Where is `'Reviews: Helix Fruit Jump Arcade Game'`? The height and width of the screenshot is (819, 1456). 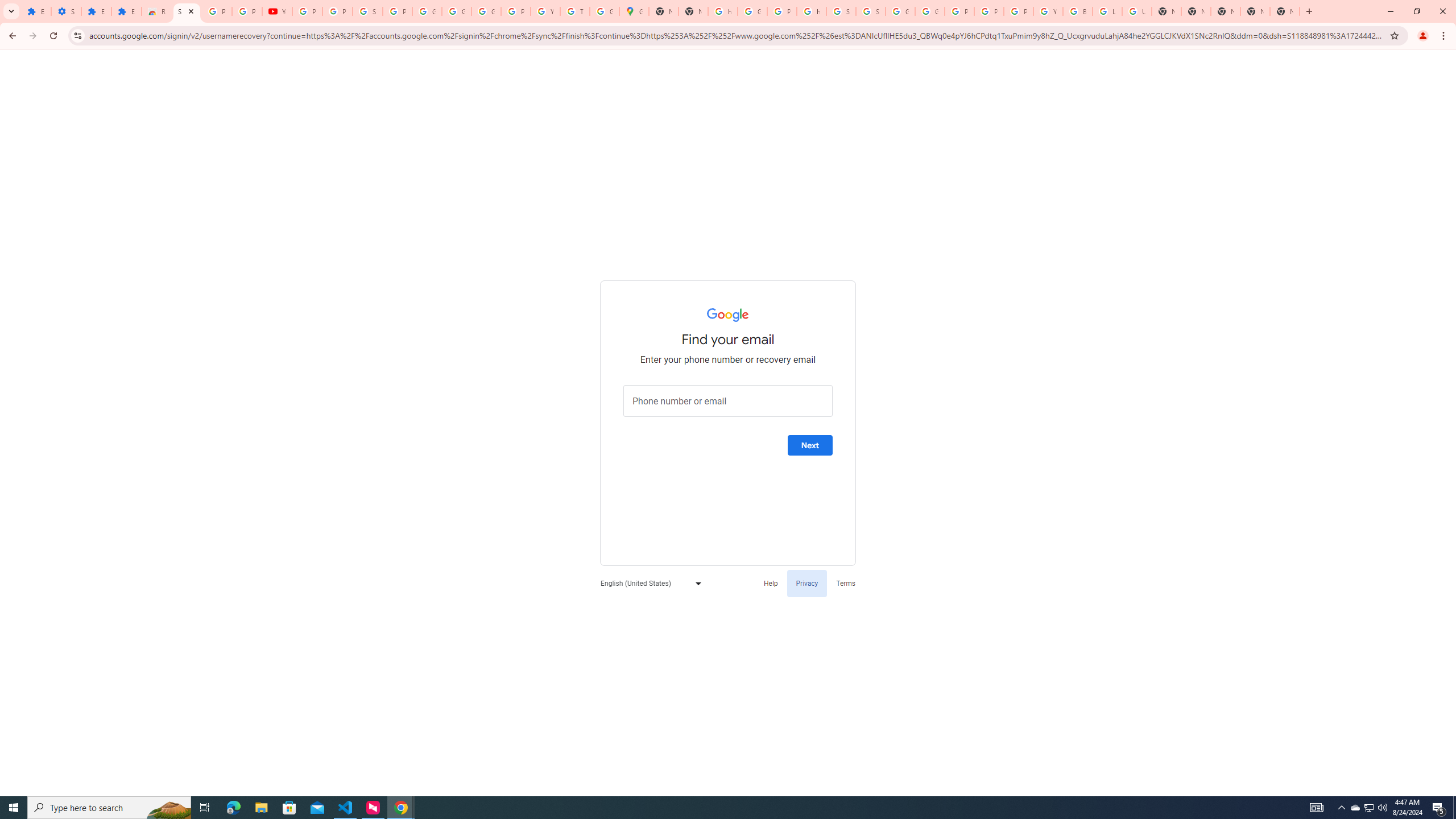
'Reviews: Helix Fruit Jump Arcade Game' is located at coordinates (156, 11).